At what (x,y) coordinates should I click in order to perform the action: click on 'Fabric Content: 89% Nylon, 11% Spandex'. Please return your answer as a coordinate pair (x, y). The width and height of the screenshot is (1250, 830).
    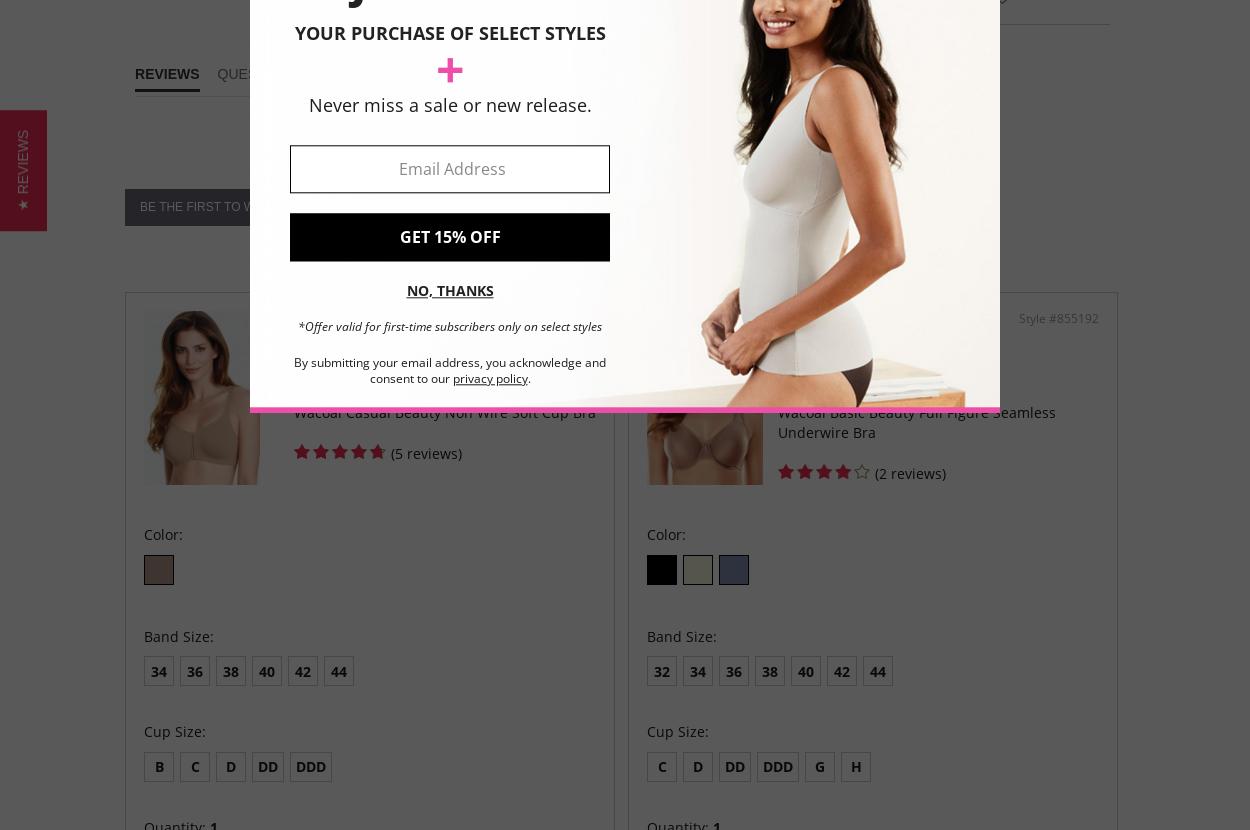
    Looking at the image, I should click on (914, 126).